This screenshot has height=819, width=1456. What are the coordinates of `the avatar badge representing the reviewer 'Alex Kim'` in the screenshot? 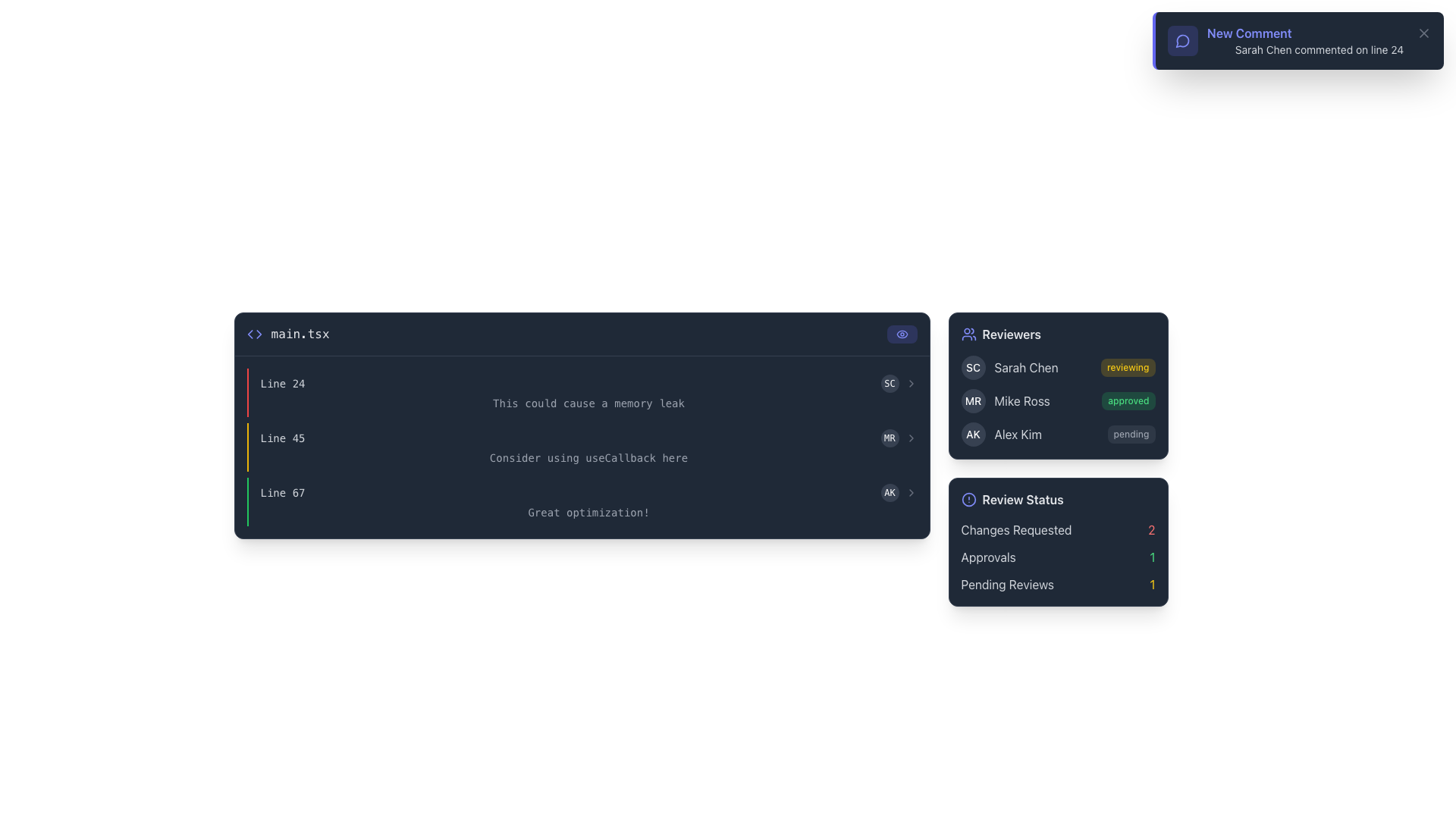 It's located at (973, 435).